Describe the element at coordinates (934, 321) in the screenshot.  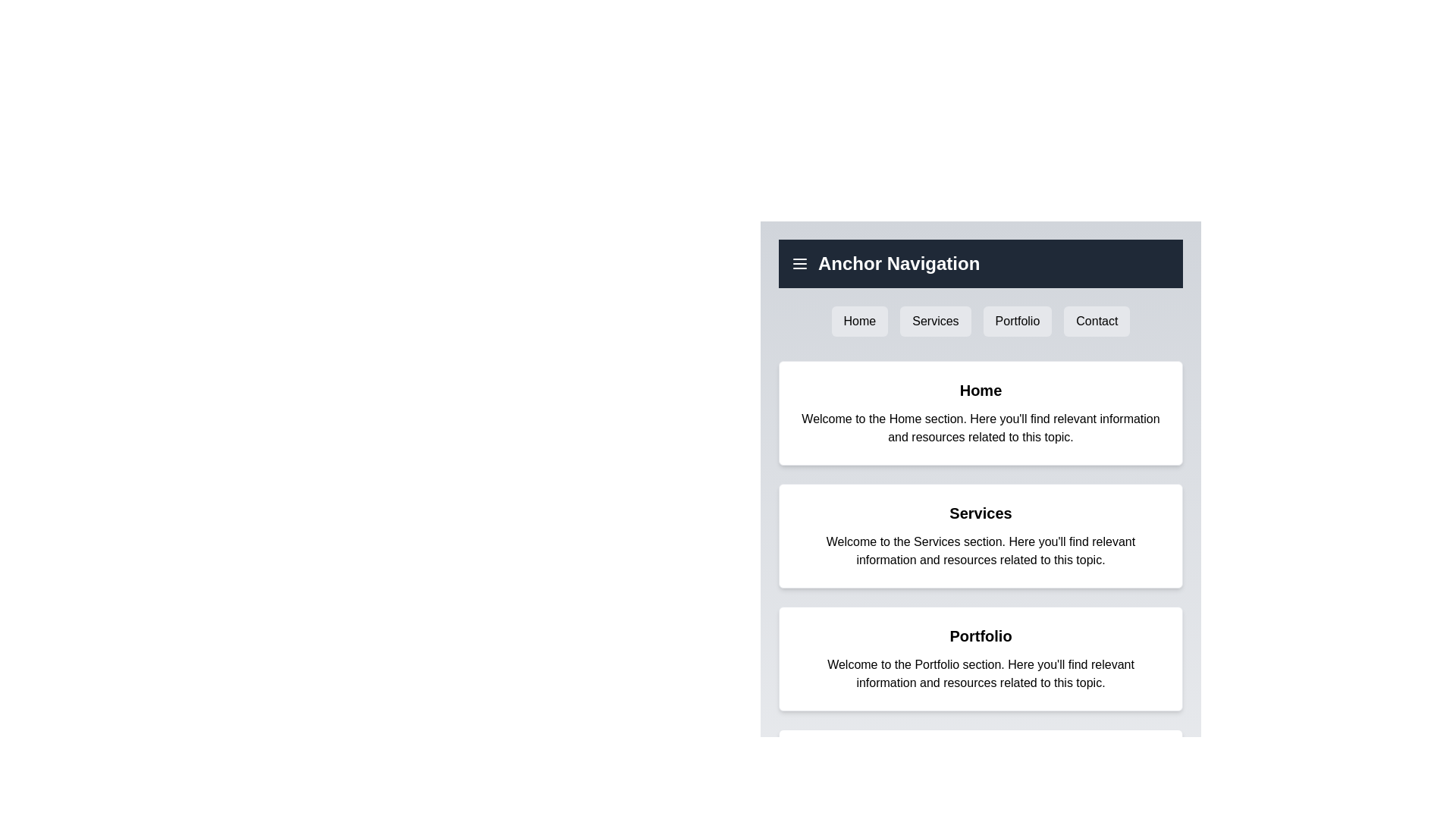
I see `the second button from the left in the horizontal navigation bar` at that location.